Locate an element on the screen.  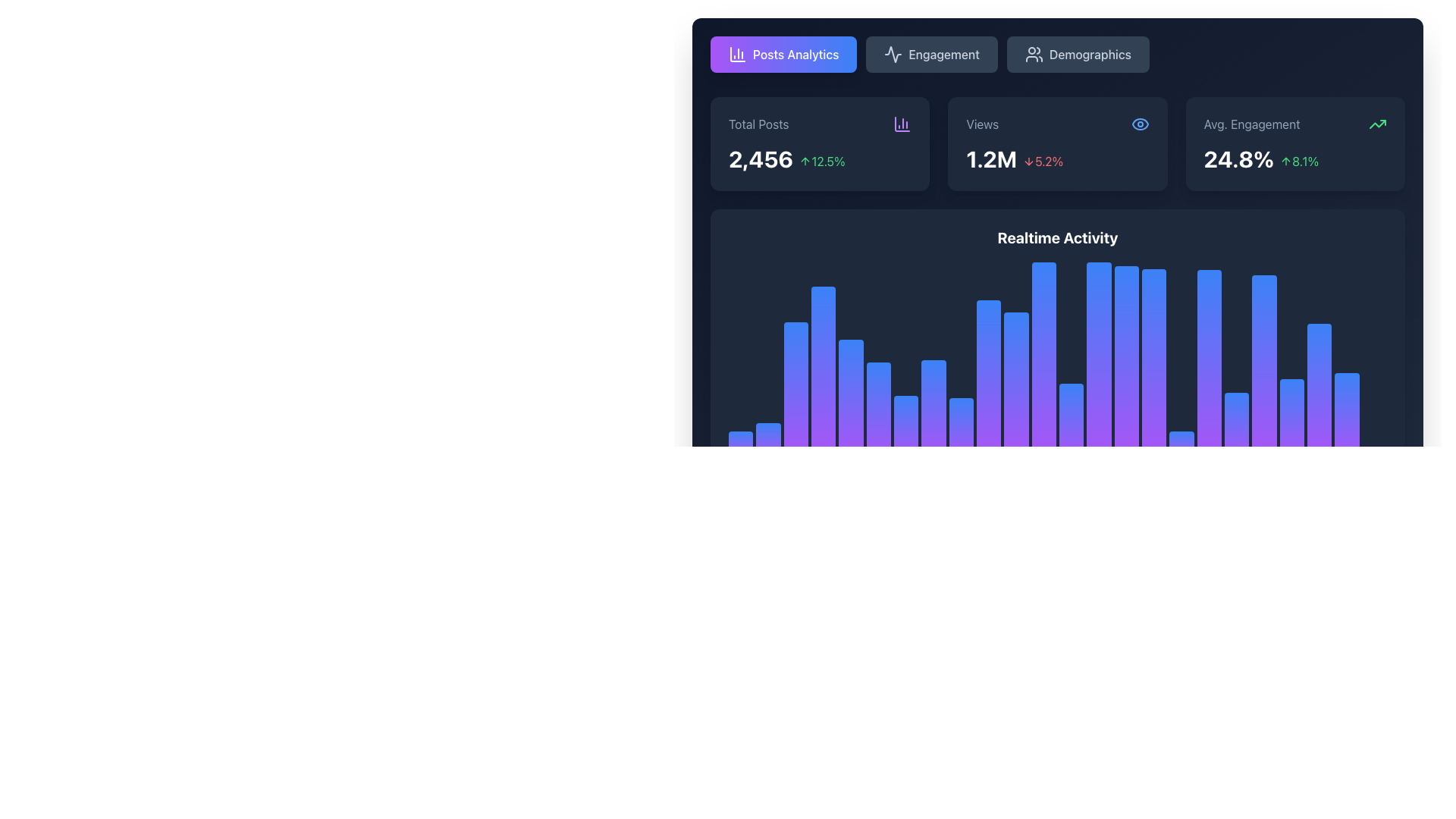
the second button in the group of three horizontally aligned buttons at the top of the page is located at coordinates (931, 54).